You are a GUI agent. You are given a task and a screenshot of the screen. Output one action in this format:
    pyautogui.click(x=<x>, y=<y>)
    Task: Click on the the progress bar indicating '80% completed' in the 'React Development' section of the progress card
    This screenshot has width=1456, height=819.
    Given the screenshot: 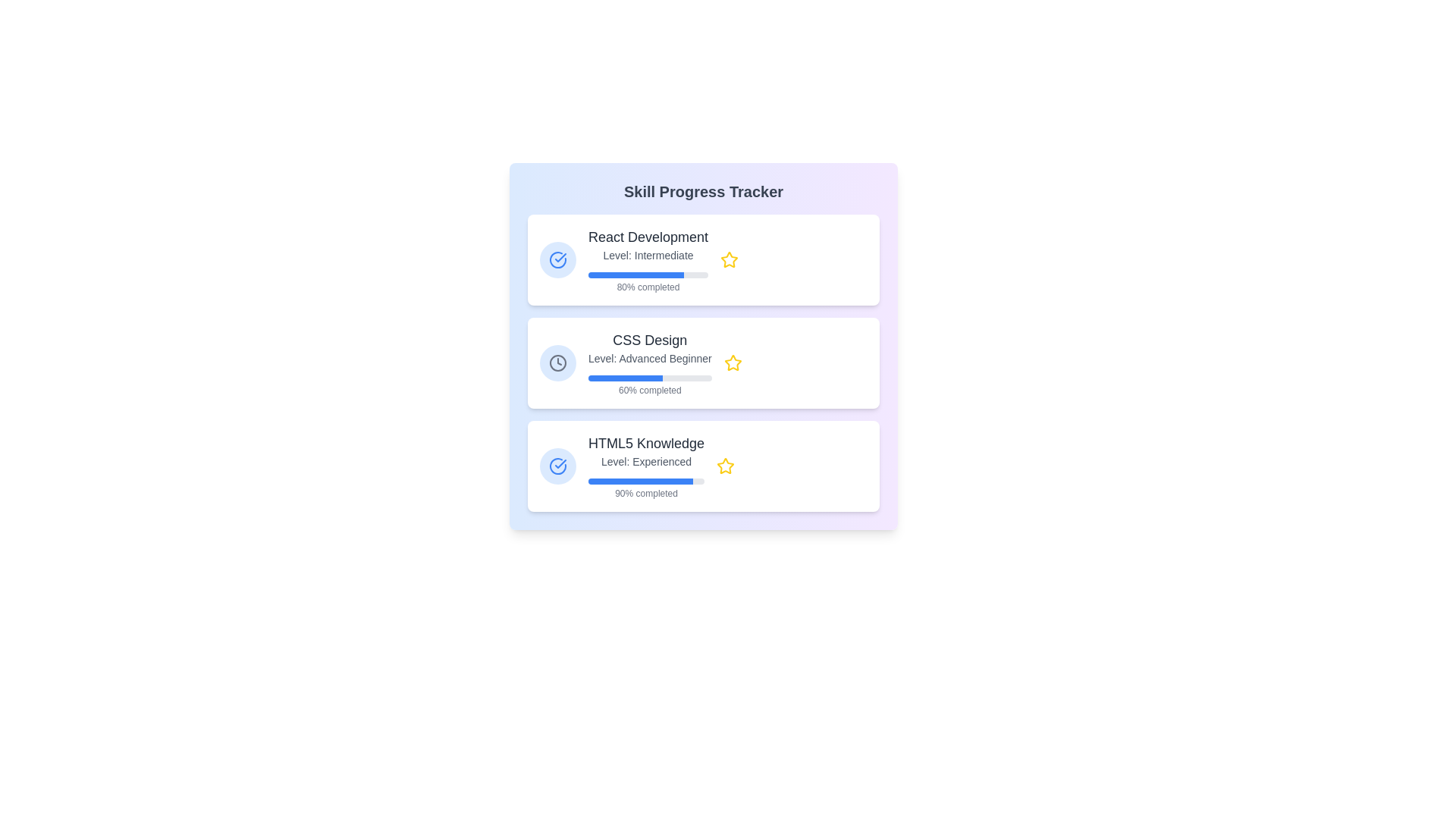 What is the action you would take?
    pyautogui.click(x=648, y=281)
    